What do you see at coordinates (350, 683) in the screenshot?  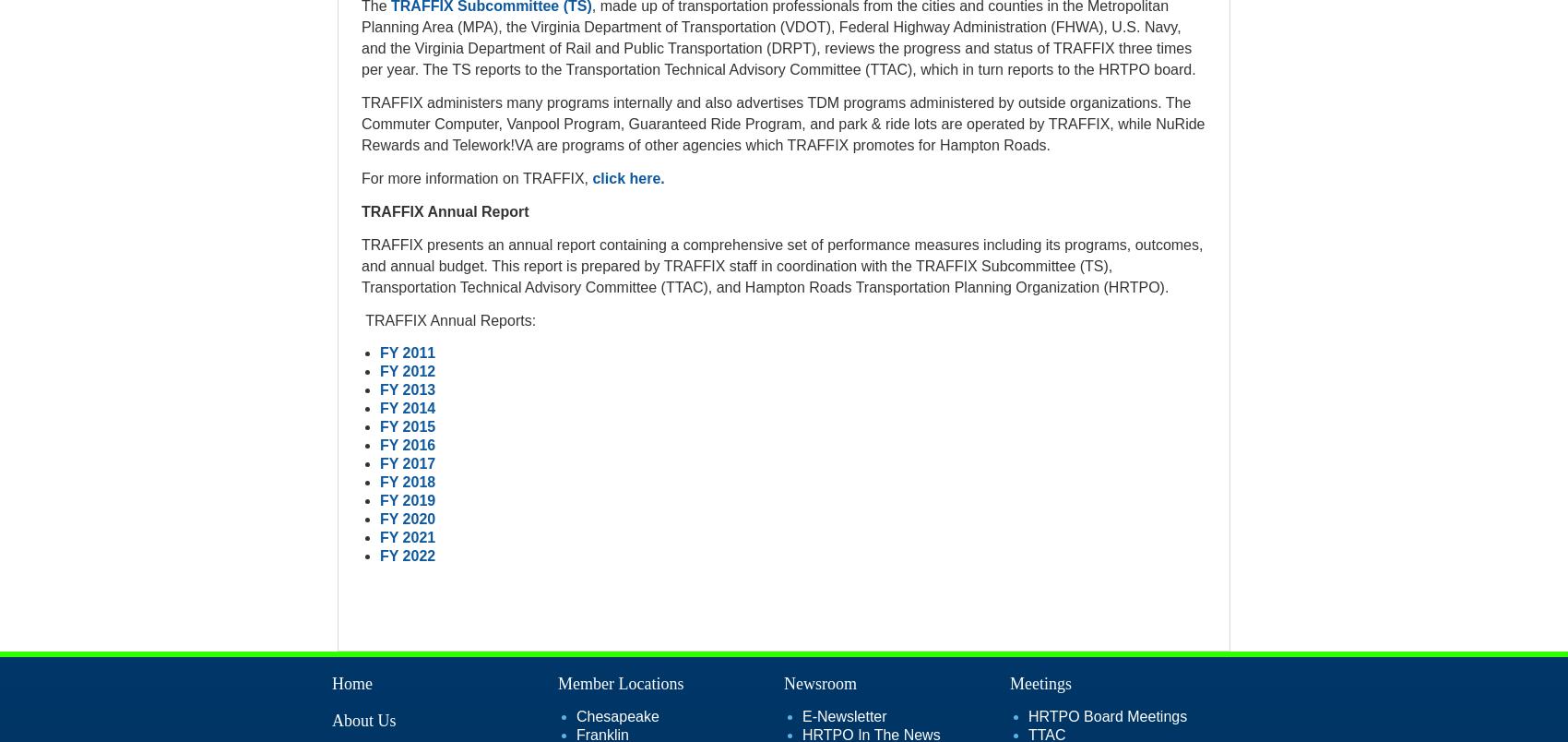 I see `'Home'` at bounding box center [350, 683].